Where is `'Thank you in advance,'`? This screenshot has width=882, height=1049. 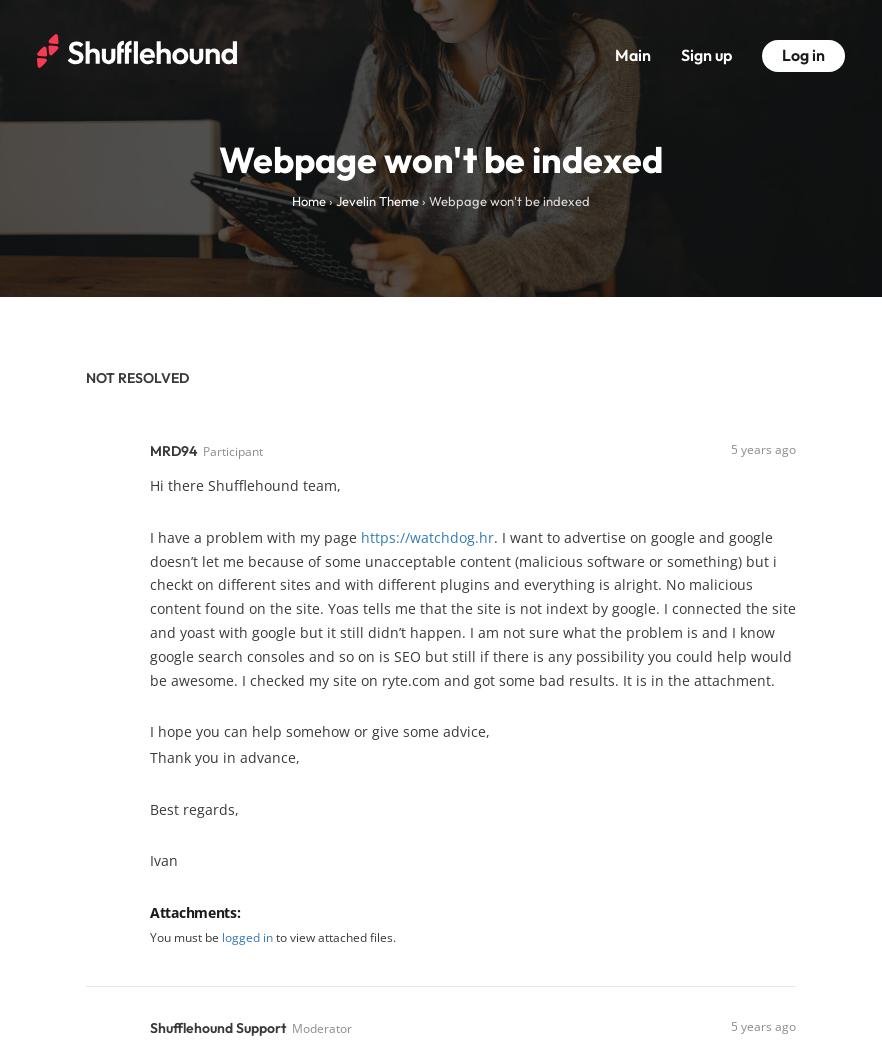
'Thank you in advance,' is located at coordinates (223, 756).